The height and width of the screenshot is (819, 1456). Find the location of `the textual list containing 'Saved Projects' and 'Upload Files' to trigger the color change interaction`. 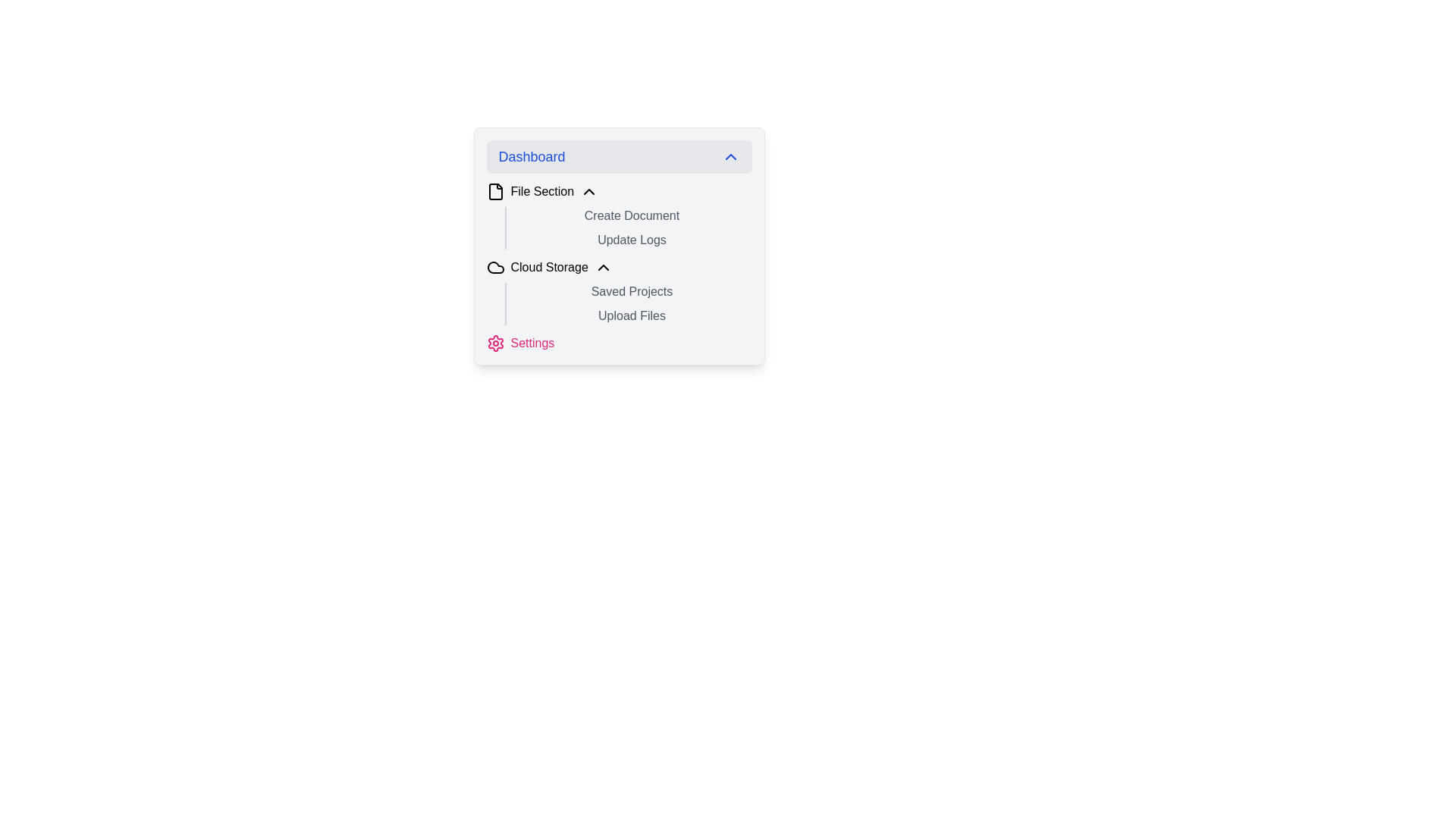

the textual list containing 'Saved Projects' and 'Upload Files' to trigger the color change interaction is located at coordinates (628, 304).